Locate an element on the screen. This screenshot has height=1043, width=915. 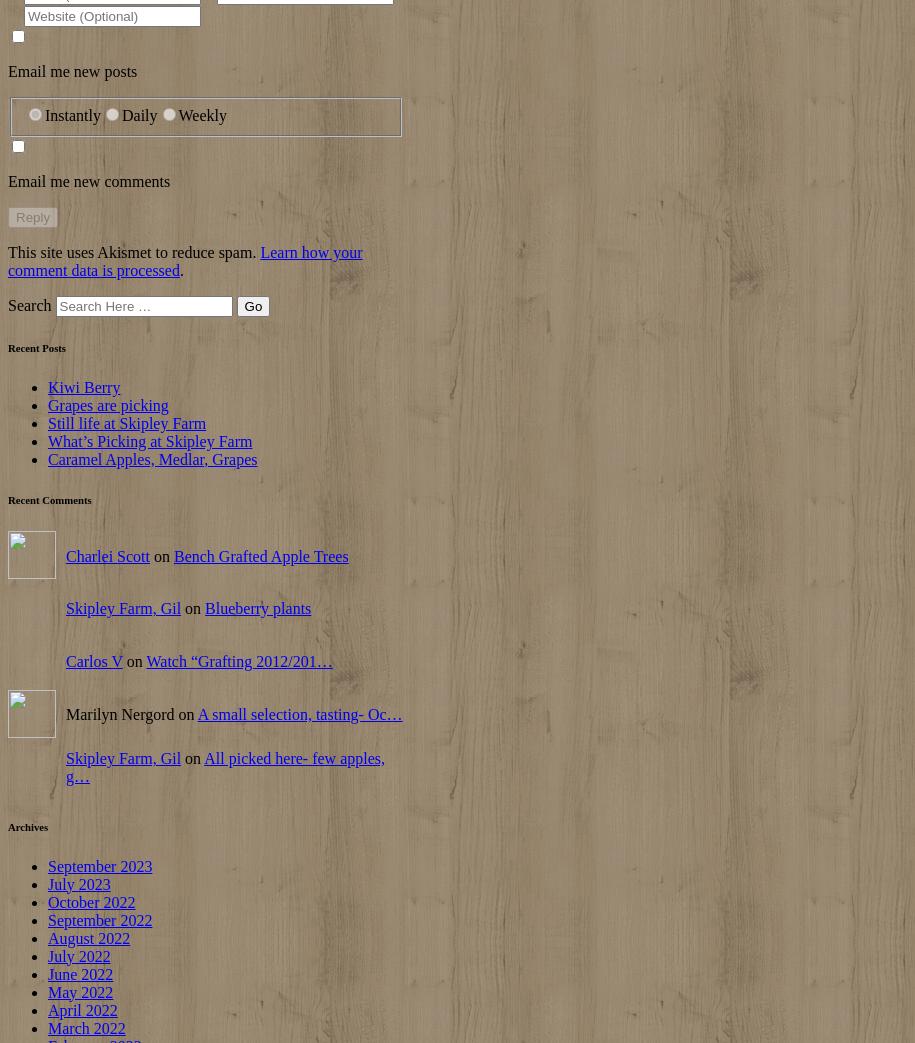
'Email me new comments' is located at coordinates (88, 179).